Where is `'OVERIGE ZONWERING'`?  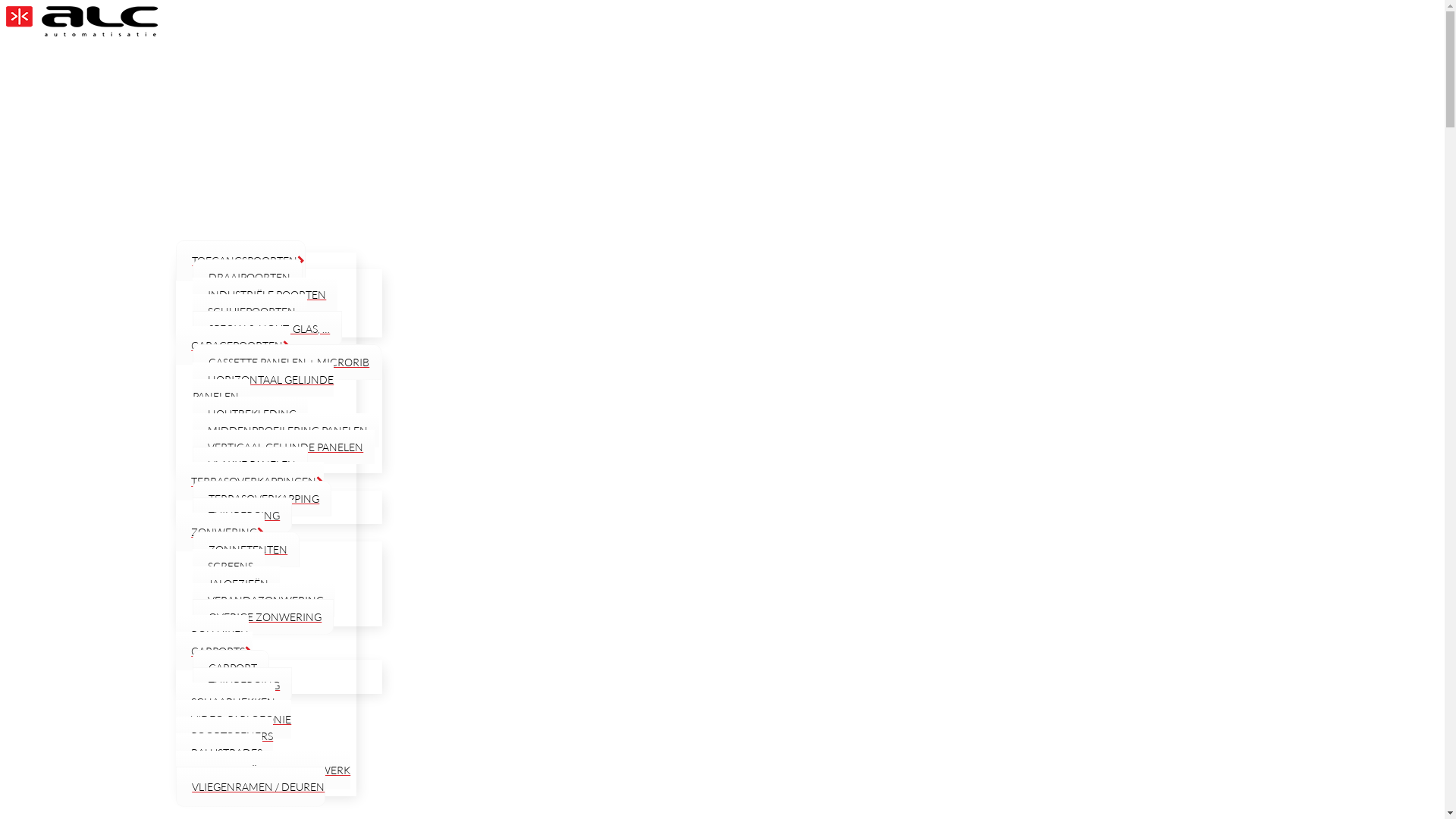 'OVERIGE ZONWERING' is located at coordinates (262, 617).